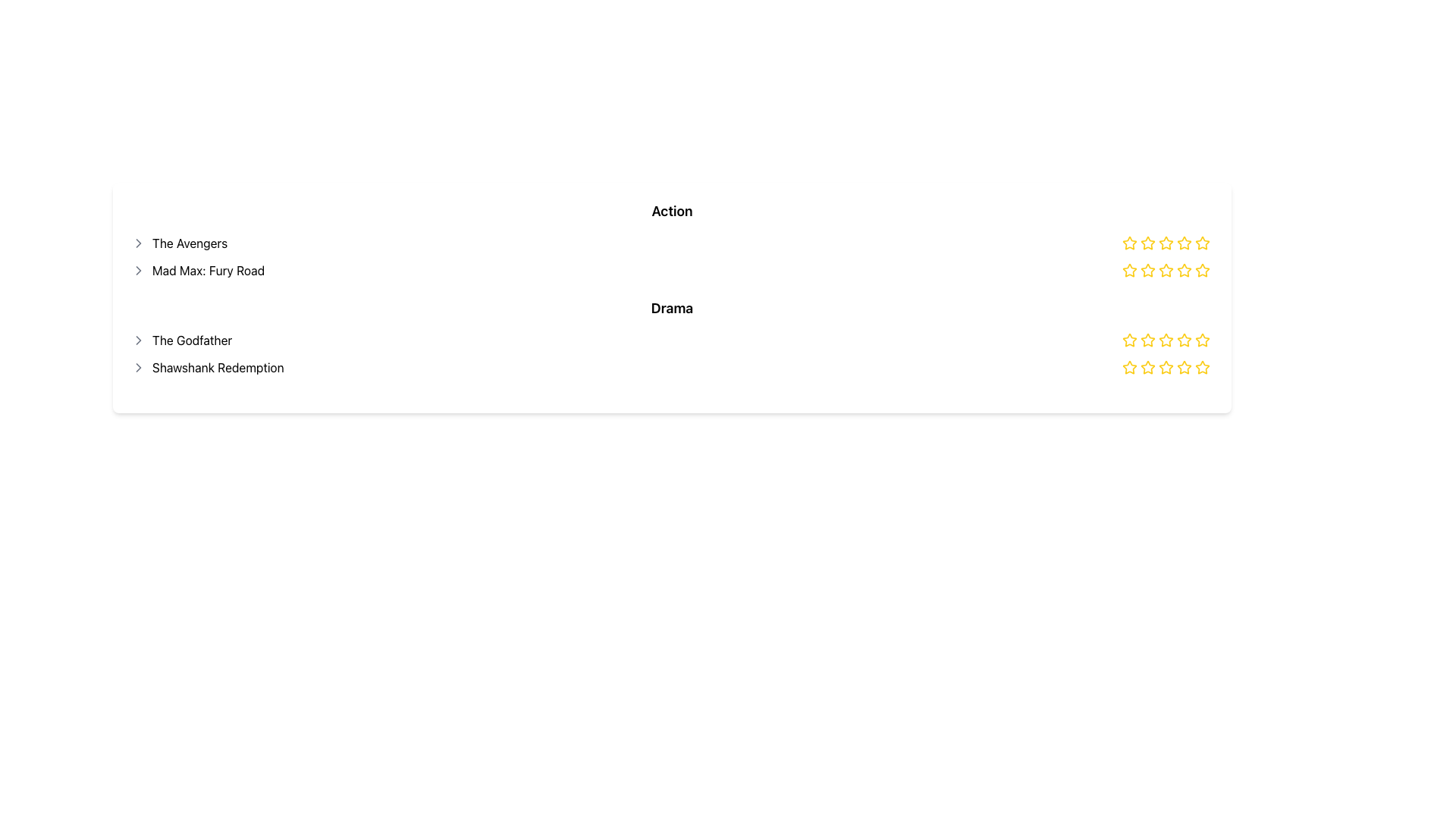  Describe the element at coordinates (1165, 242) in the screenshot. I see `the fourth star icon in the rating system for 'Mad Max: Fury Road'` at that location.